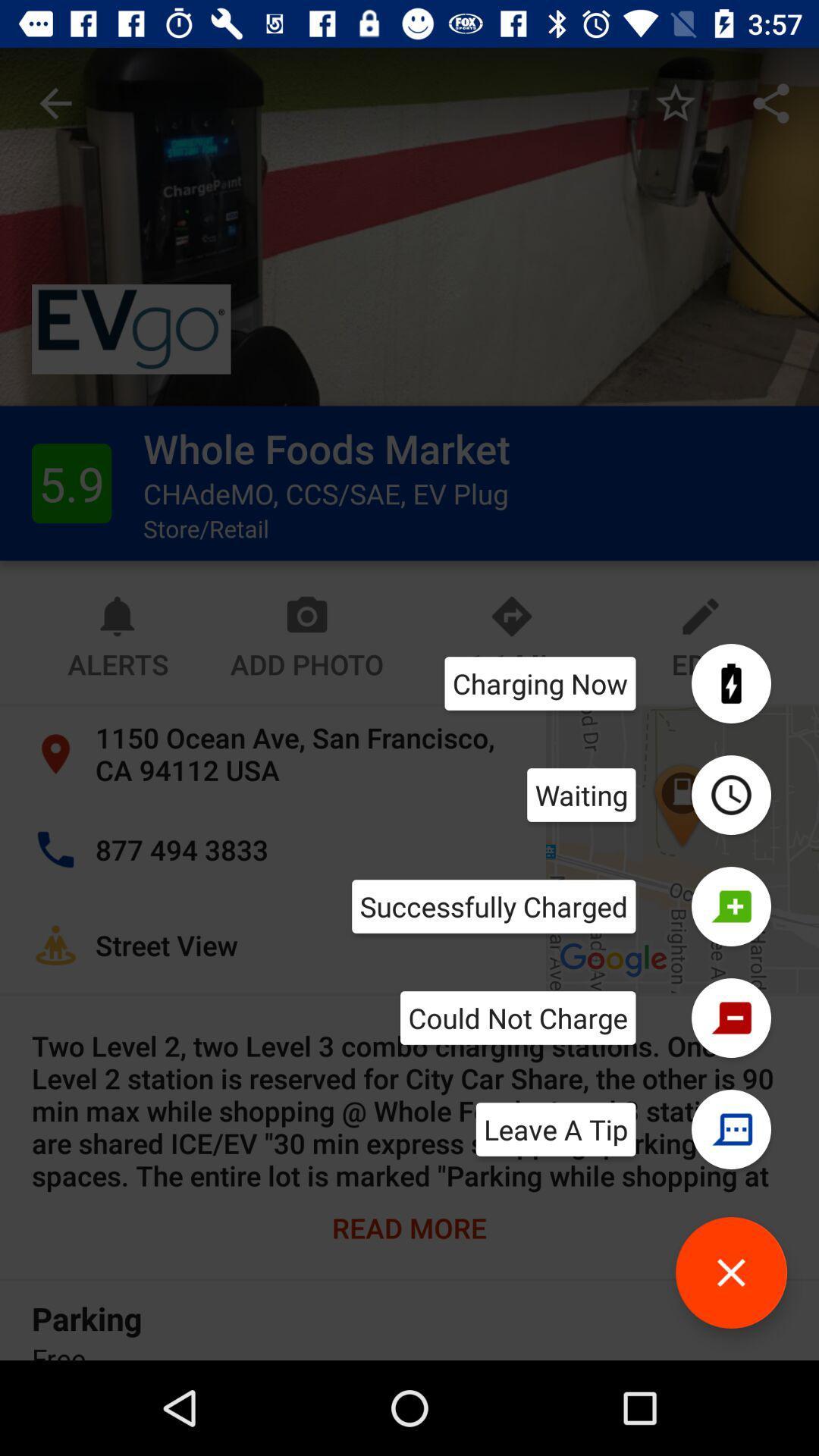 The width and height of the screenshot is (819, 1456). I want to click on the successfully charged icon, so click(494, 906).